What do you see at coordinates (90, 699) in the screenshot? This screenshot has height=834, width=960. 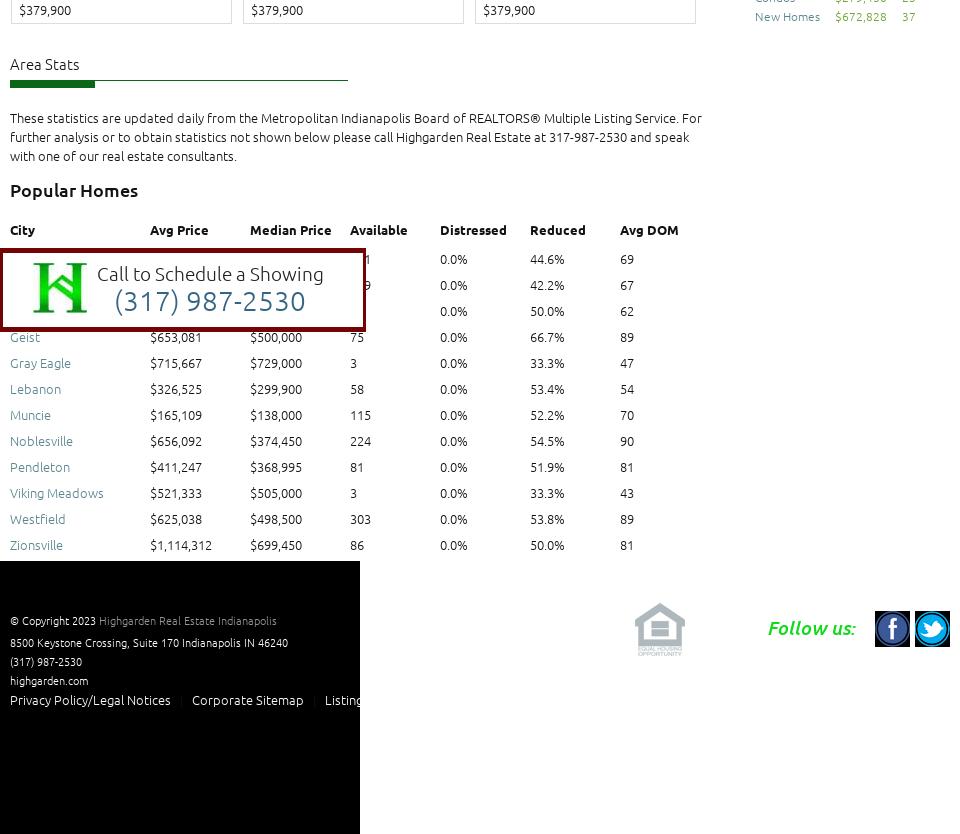 I see `'Privacy Policy/Legal Notices'` at bounding box center [90, 699].